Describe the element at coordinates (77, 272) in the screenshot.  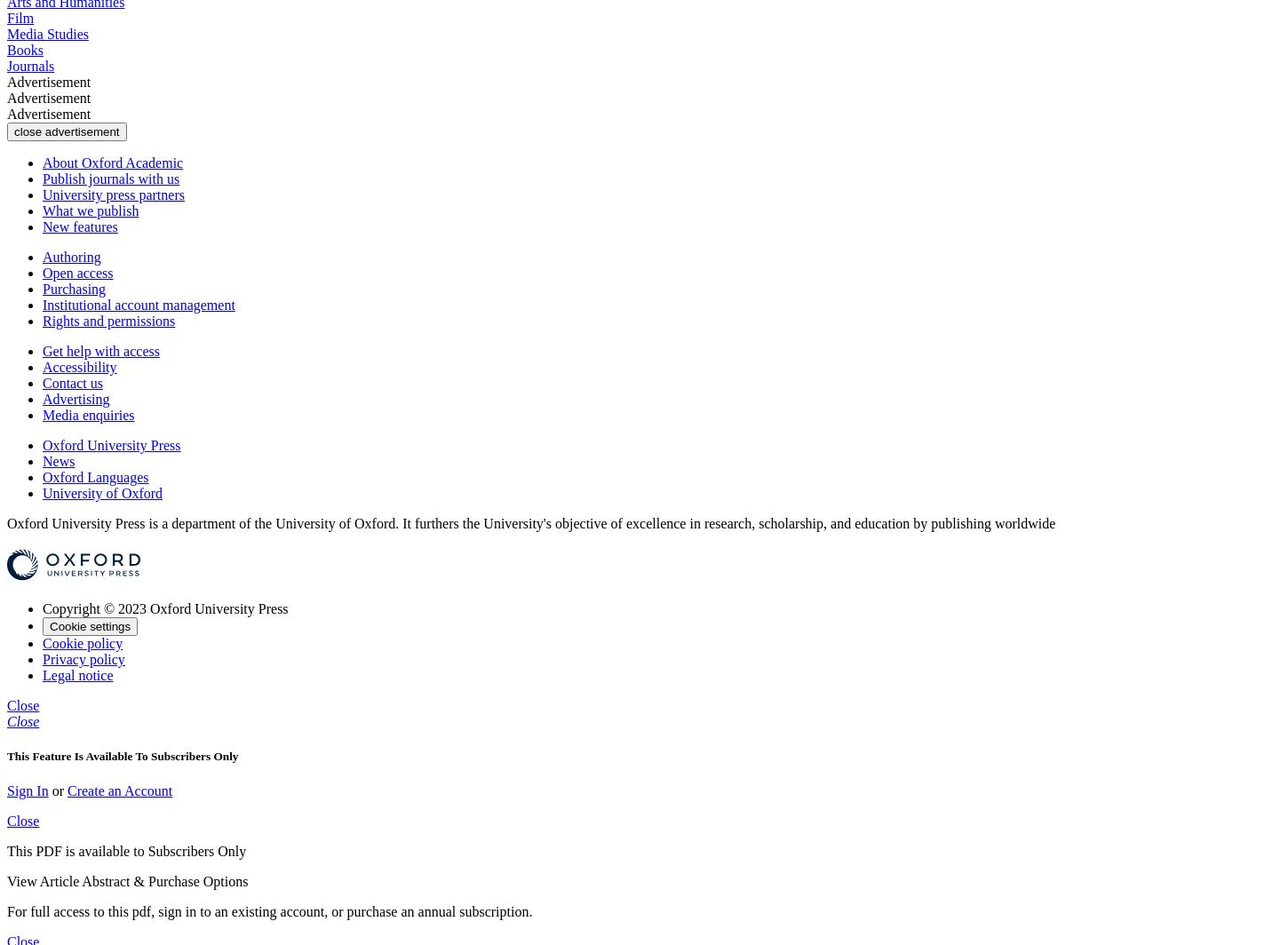
I see `'Open access'` at that location.